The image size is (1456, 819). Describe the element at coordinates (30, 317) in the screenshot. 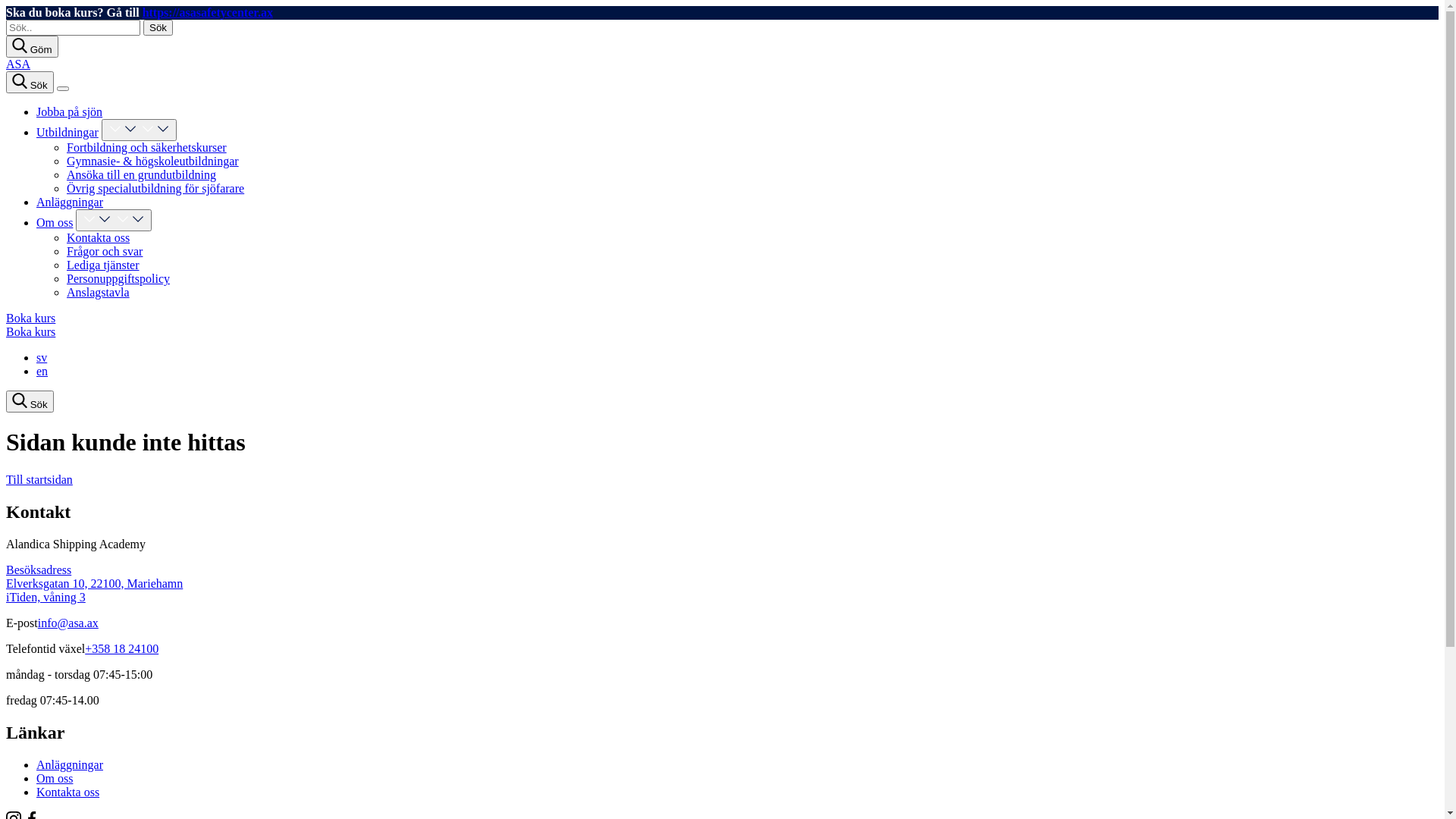

I see `'Boka kurs'` at that location.